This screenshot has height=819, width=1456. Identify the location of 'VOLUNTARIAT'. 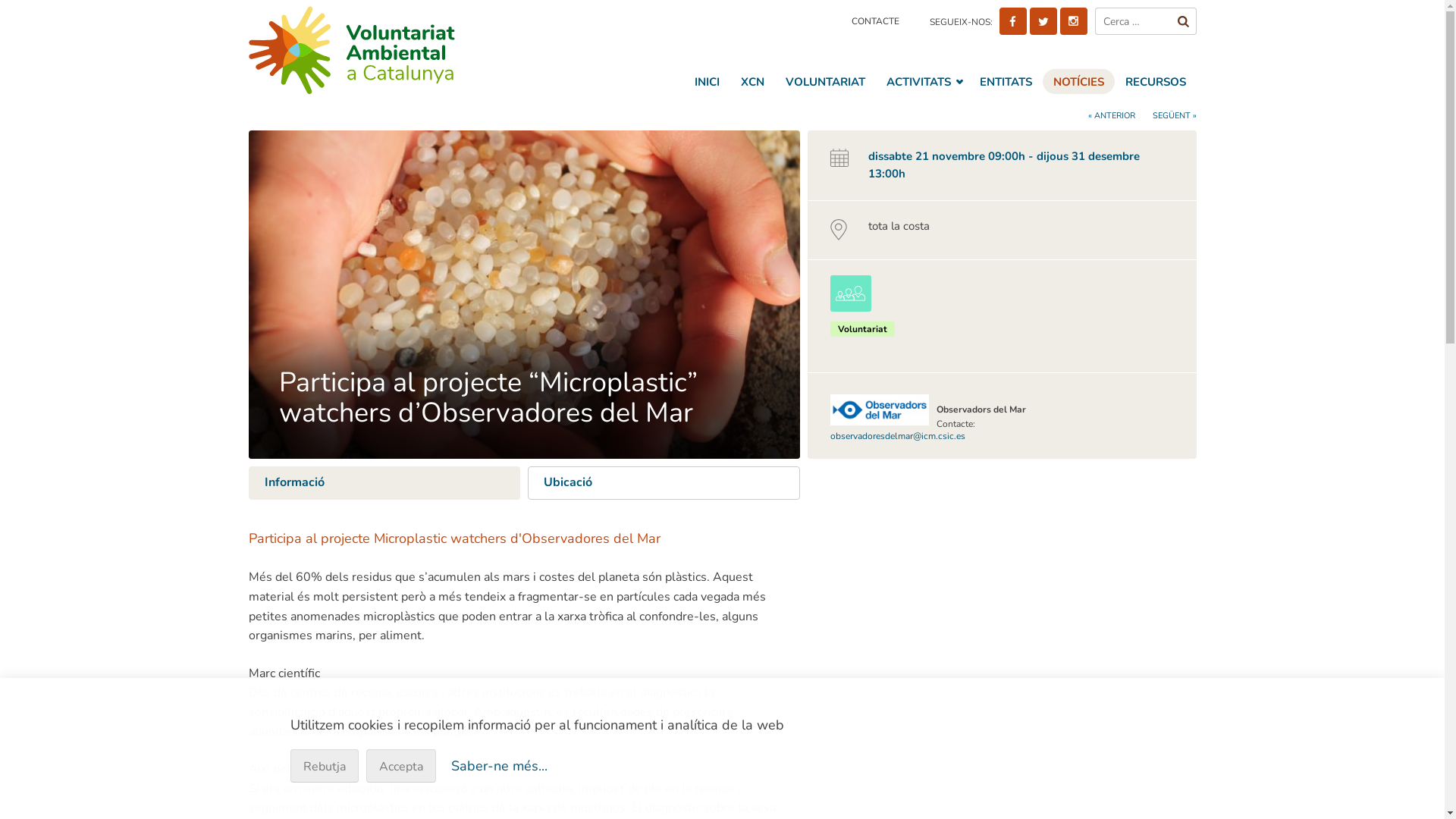
(824, 81).